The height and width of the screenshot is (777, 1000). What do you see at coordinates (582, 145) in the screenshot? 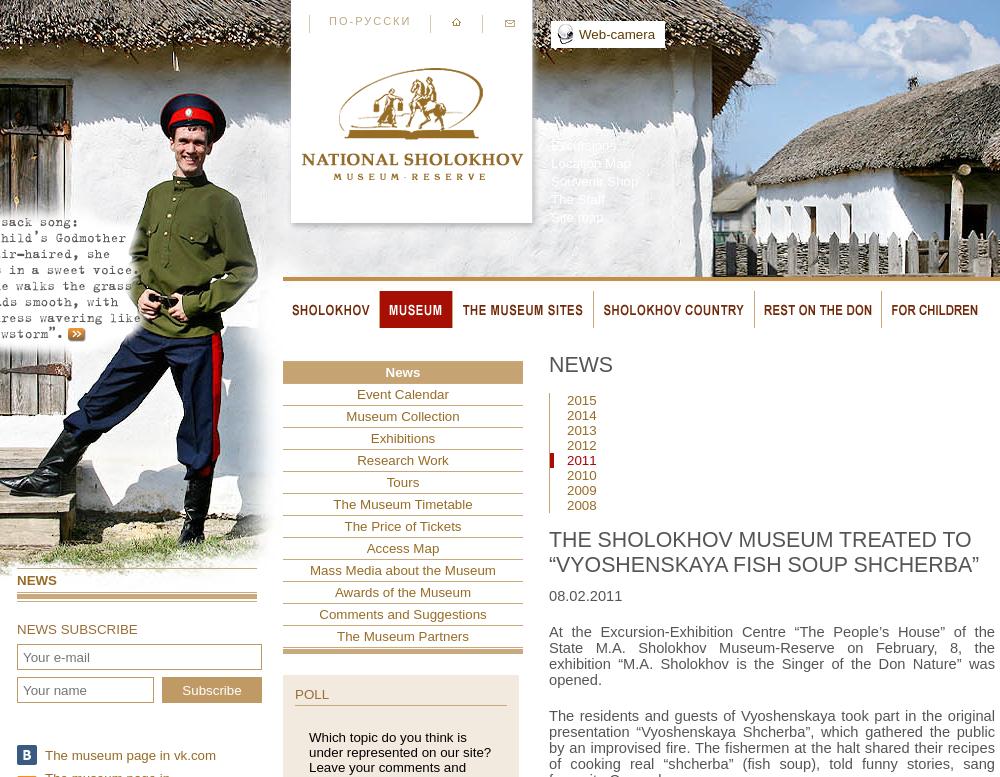
I see `'Excursions'` at bounding box center [582, 145].